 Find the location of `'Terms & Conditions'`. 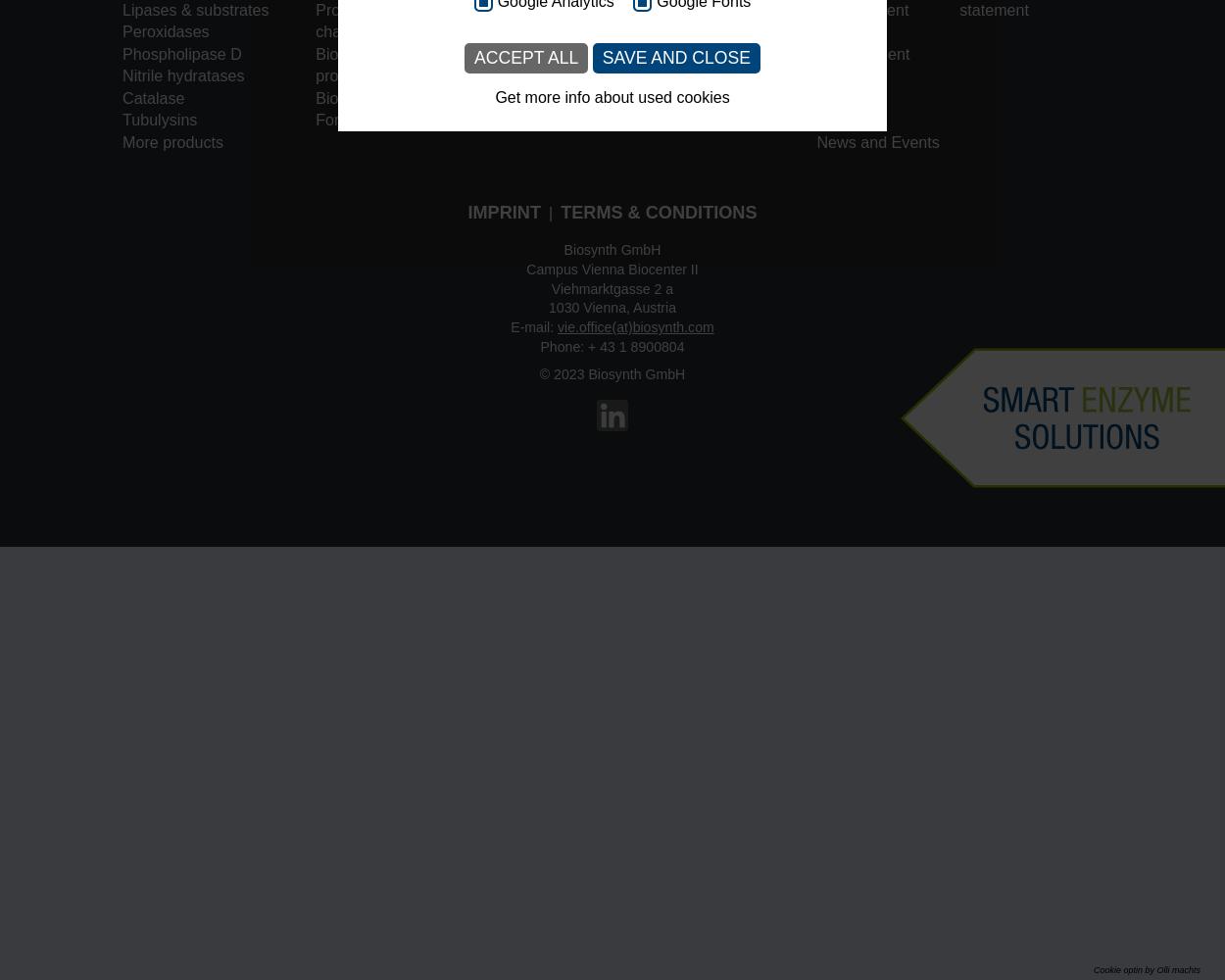

'Terms & Conditions' is located at coordinates (659, 211).